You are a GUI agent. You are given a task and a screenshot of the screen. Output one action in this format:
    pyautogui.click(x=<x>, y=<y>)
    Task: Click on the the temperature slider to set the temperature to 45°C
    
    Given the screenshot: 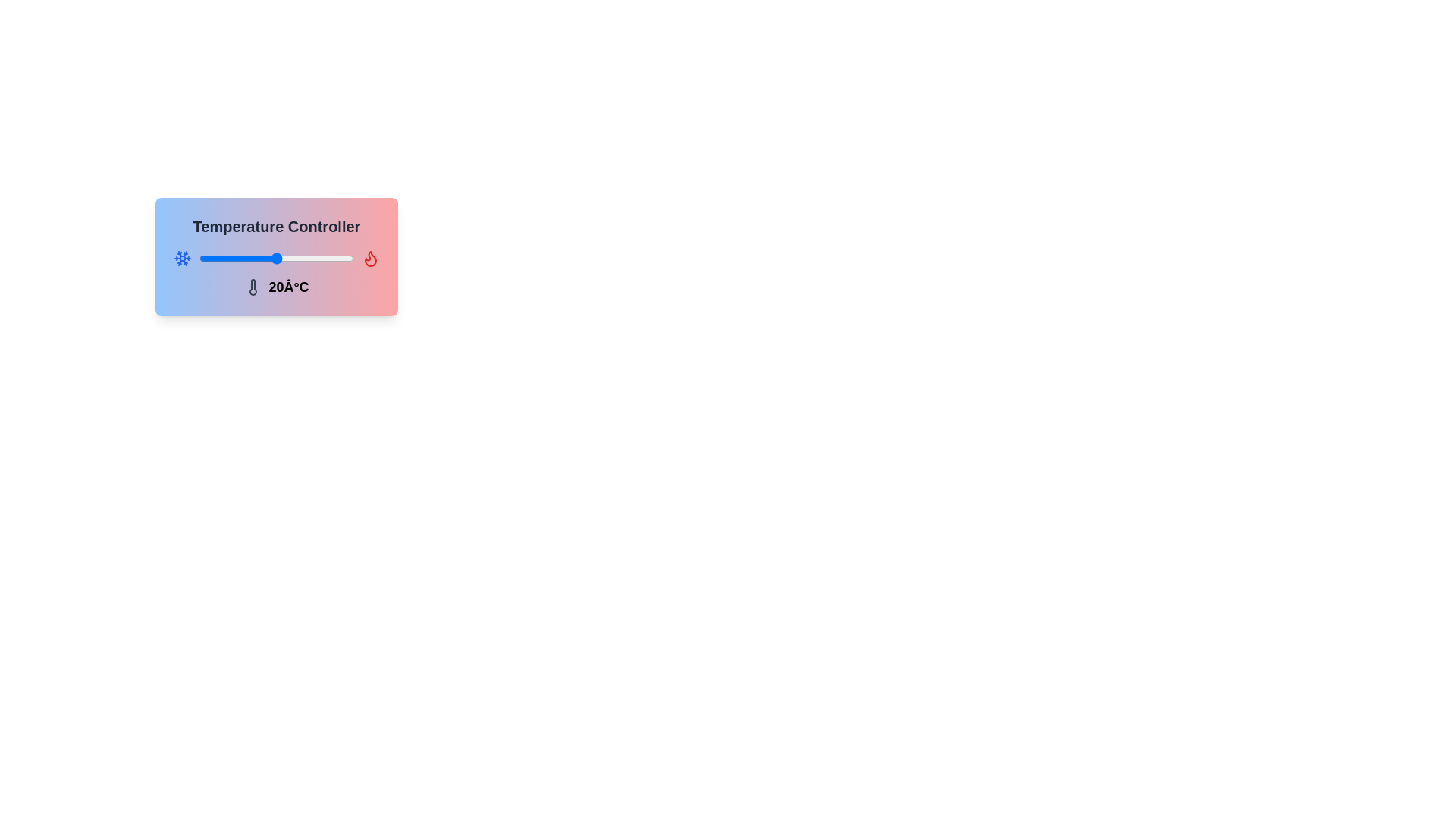 What is the action you would take?
    pyautogui.click(x=340, y=257)
    